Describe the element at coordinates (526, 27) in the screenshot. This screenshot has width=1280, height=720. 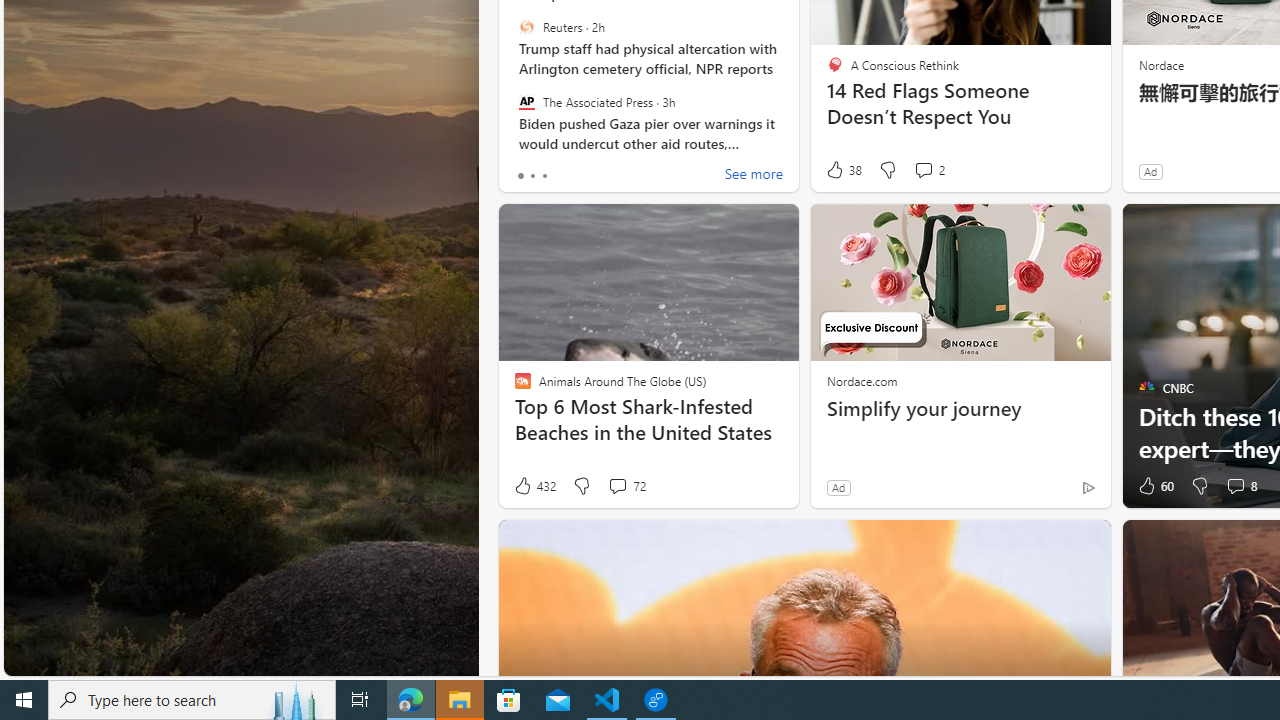
I see `'Reuters'` at that location.